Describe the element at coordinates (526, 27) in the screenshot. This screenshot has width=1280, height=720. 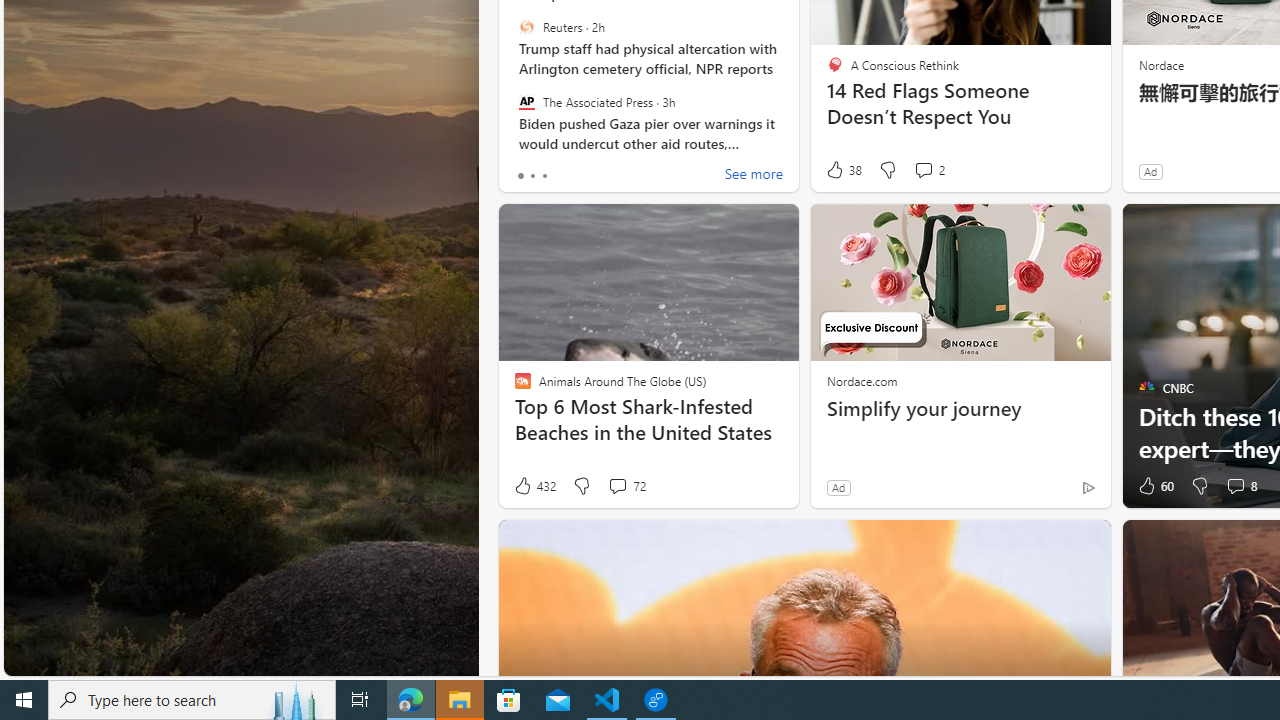
I see `'Reuters'` at that location.